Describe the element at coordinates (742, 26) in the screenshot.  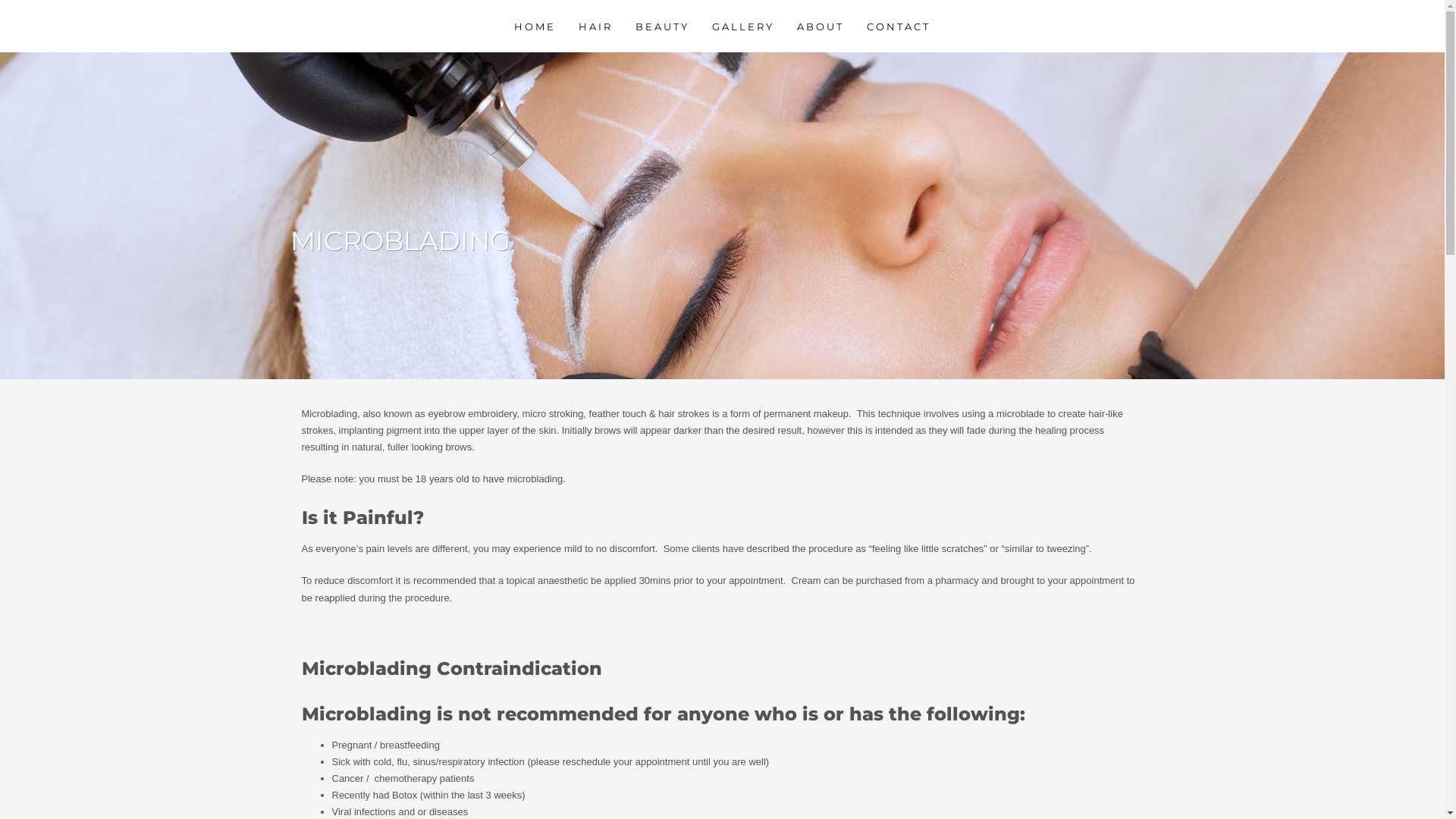
I see `'GALLERY'` at that location.